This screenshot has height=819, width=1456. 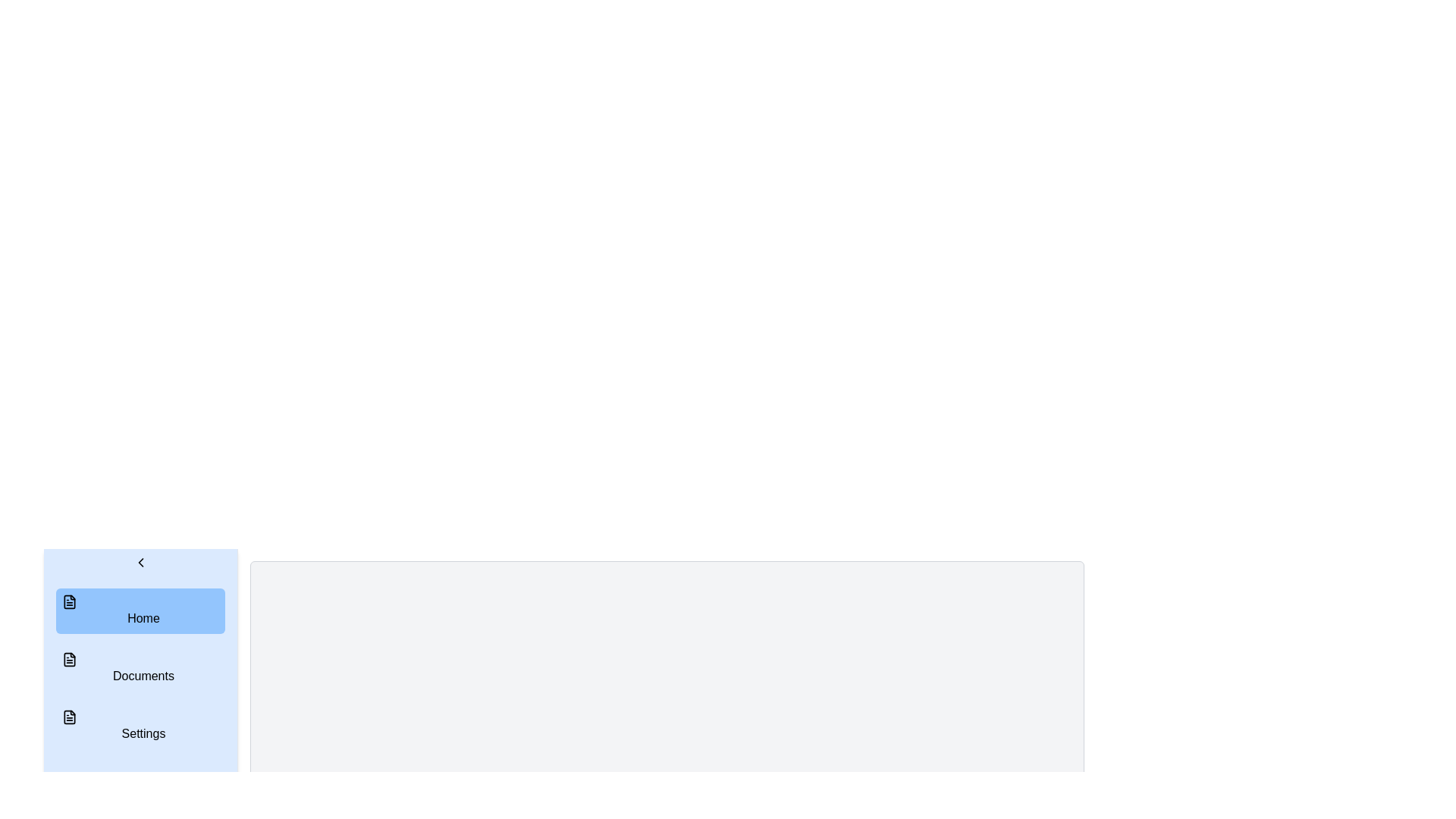 I want to click on the interactive button with a left-facing chevron icon, so click(x=140, y=562).